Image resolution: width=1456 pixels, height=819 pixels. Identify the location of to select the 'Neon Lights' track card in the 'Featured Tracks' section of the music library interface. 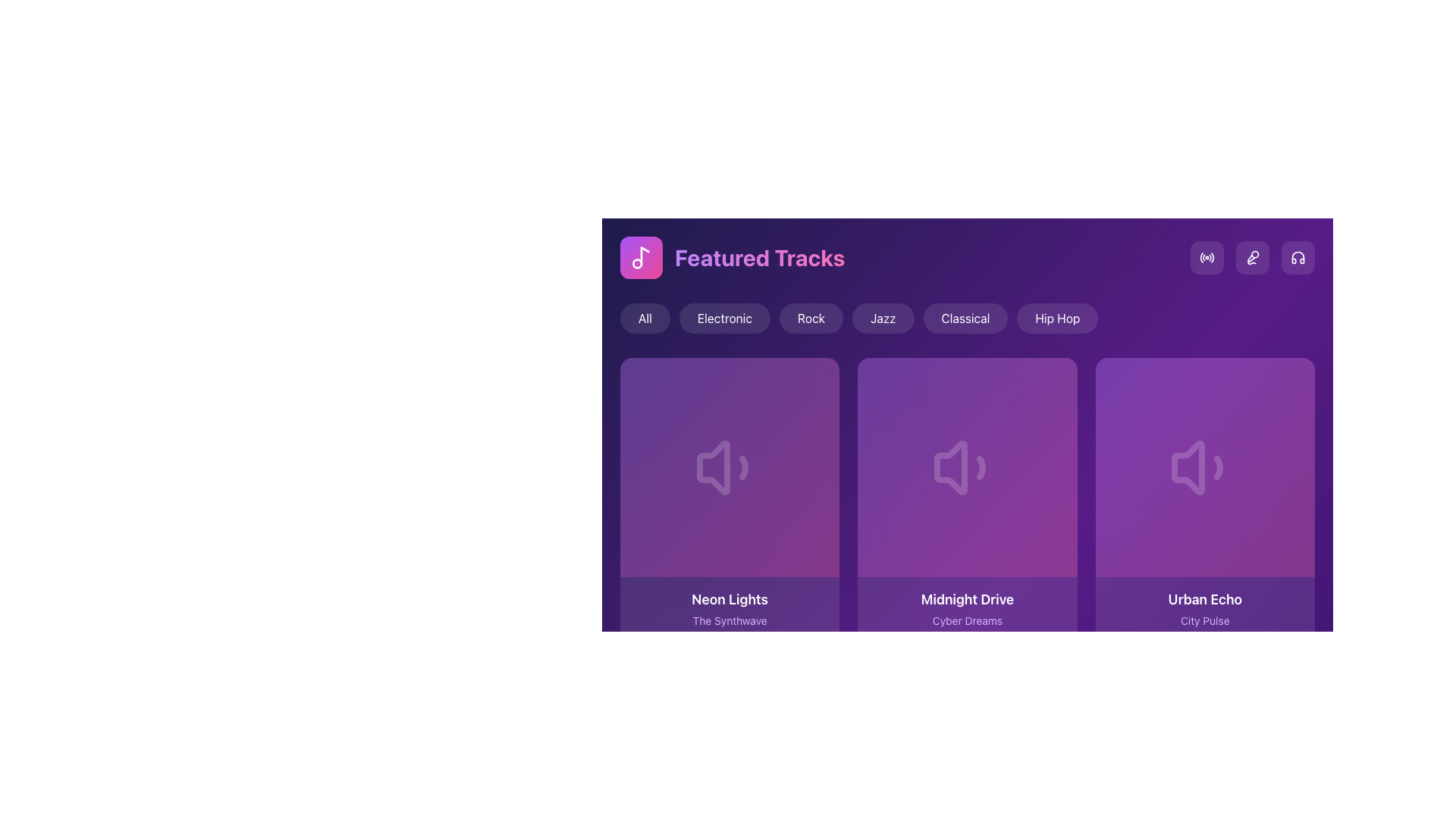
(730, 512).